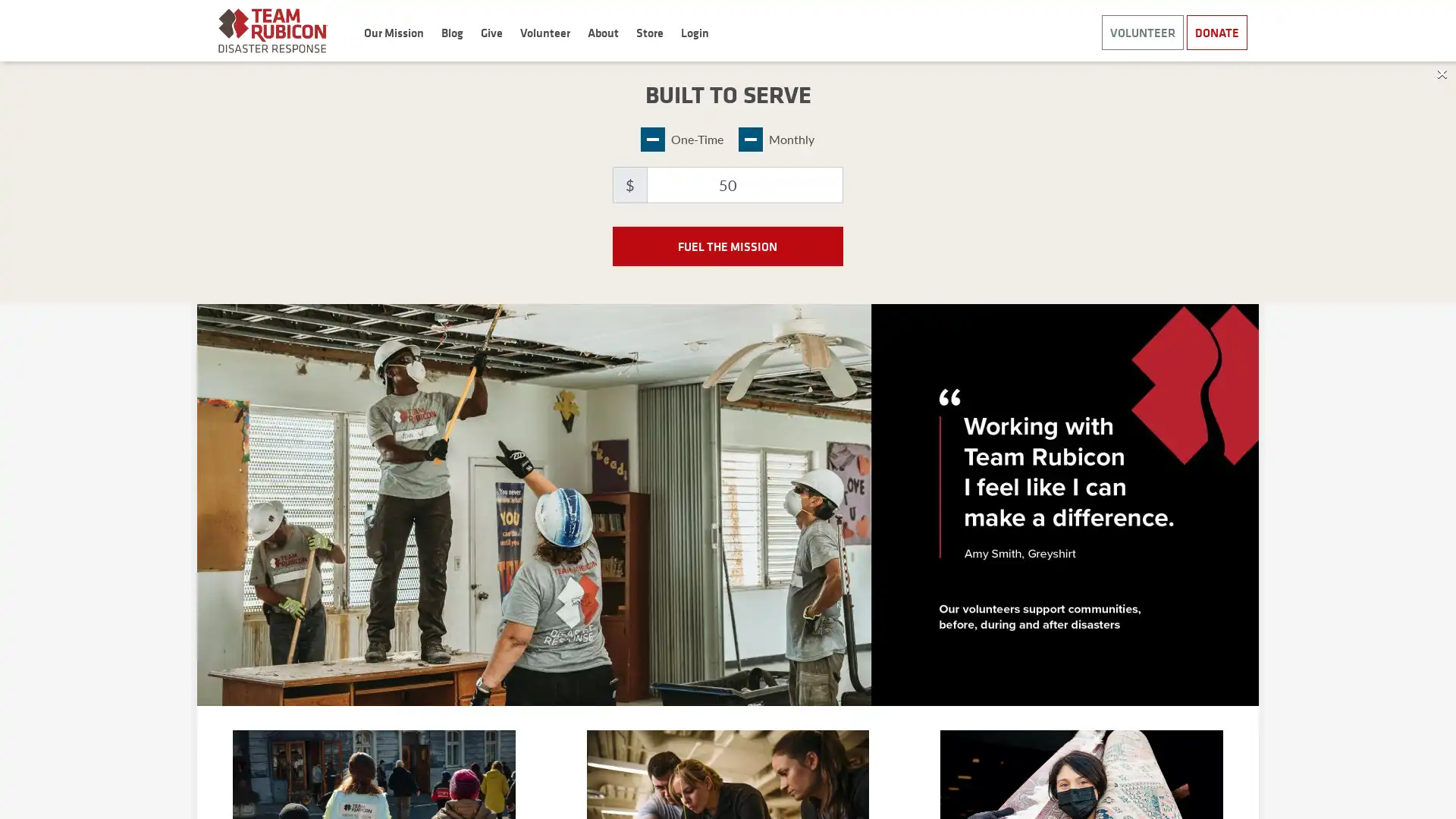 This screenshot has width=1456, height=819. What do you see at coordinates (726, 245) in the screenshot?
I see `FUEL THE MISSION` at bounding box center [726, 245].